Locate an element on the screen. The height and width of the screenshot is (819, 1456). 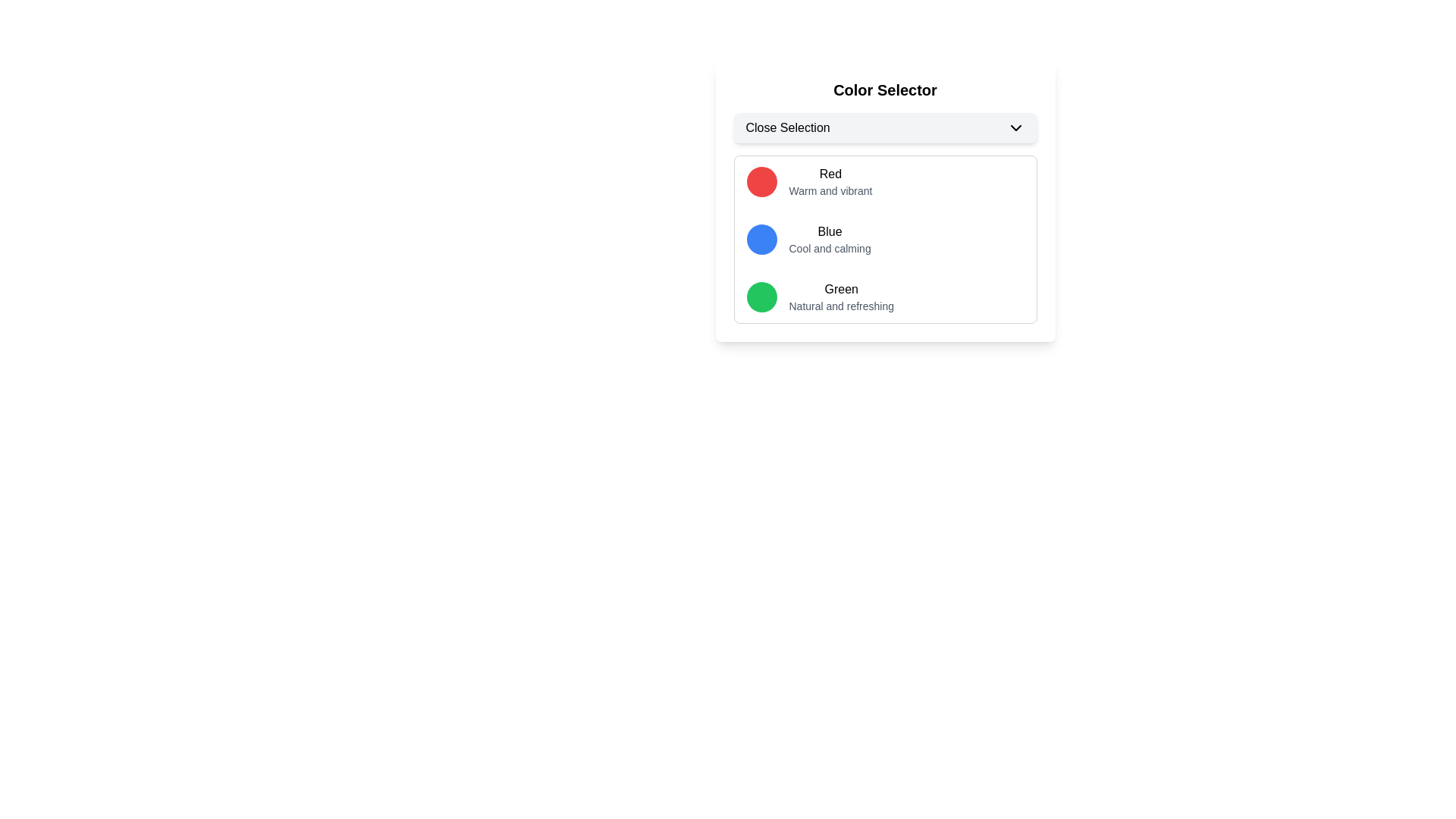
the small downward-pointing chevron icon rendered in black, located at the right end of the Close Selection button within the Color Selector section is located at coordinates (1015, 127).